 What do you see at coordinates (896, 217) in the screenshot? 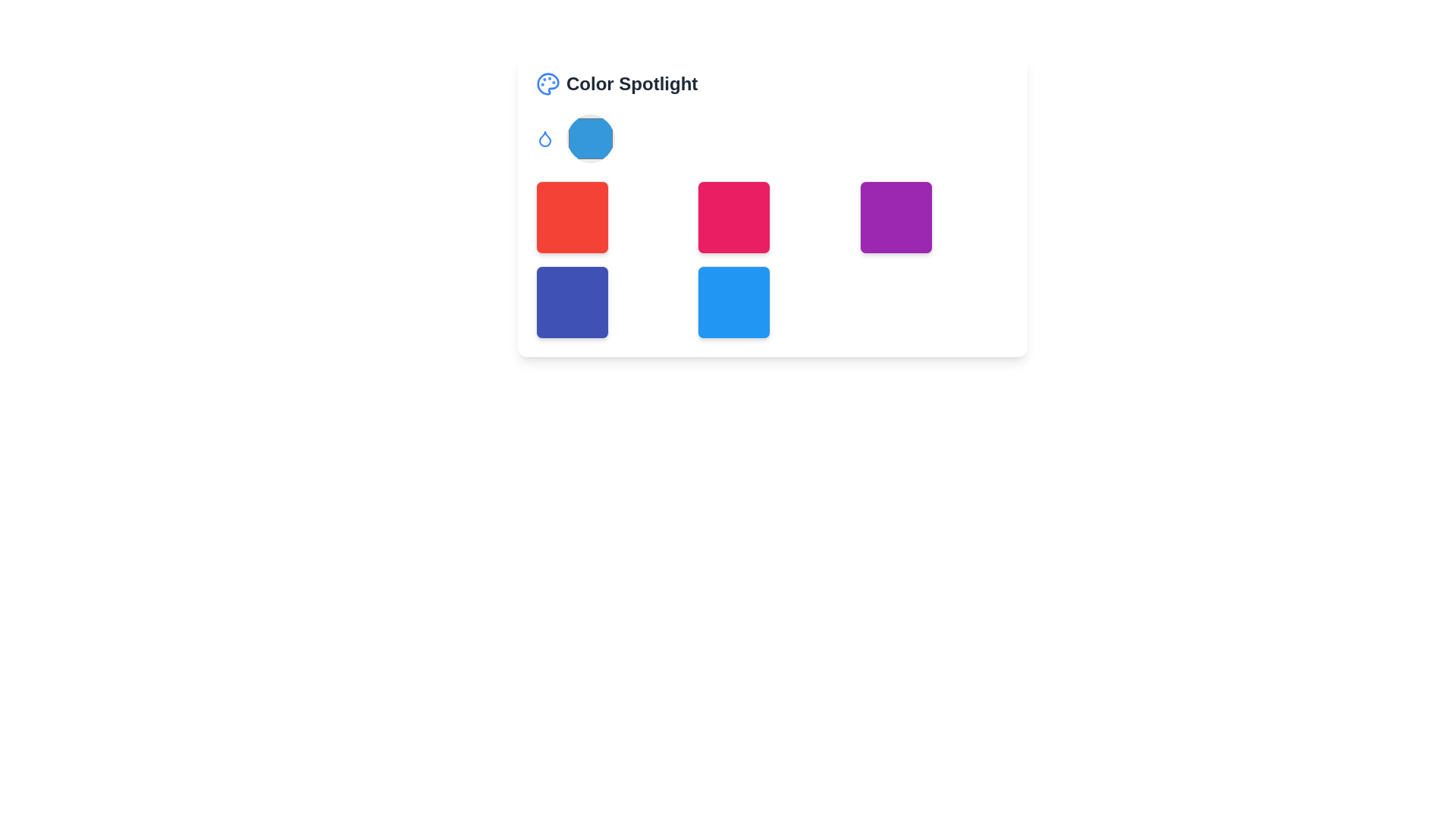
I see `the distinct purple square with rounded corners and a shadow effect, located in the top row of the grid layout` at bounding box center [896, 217].